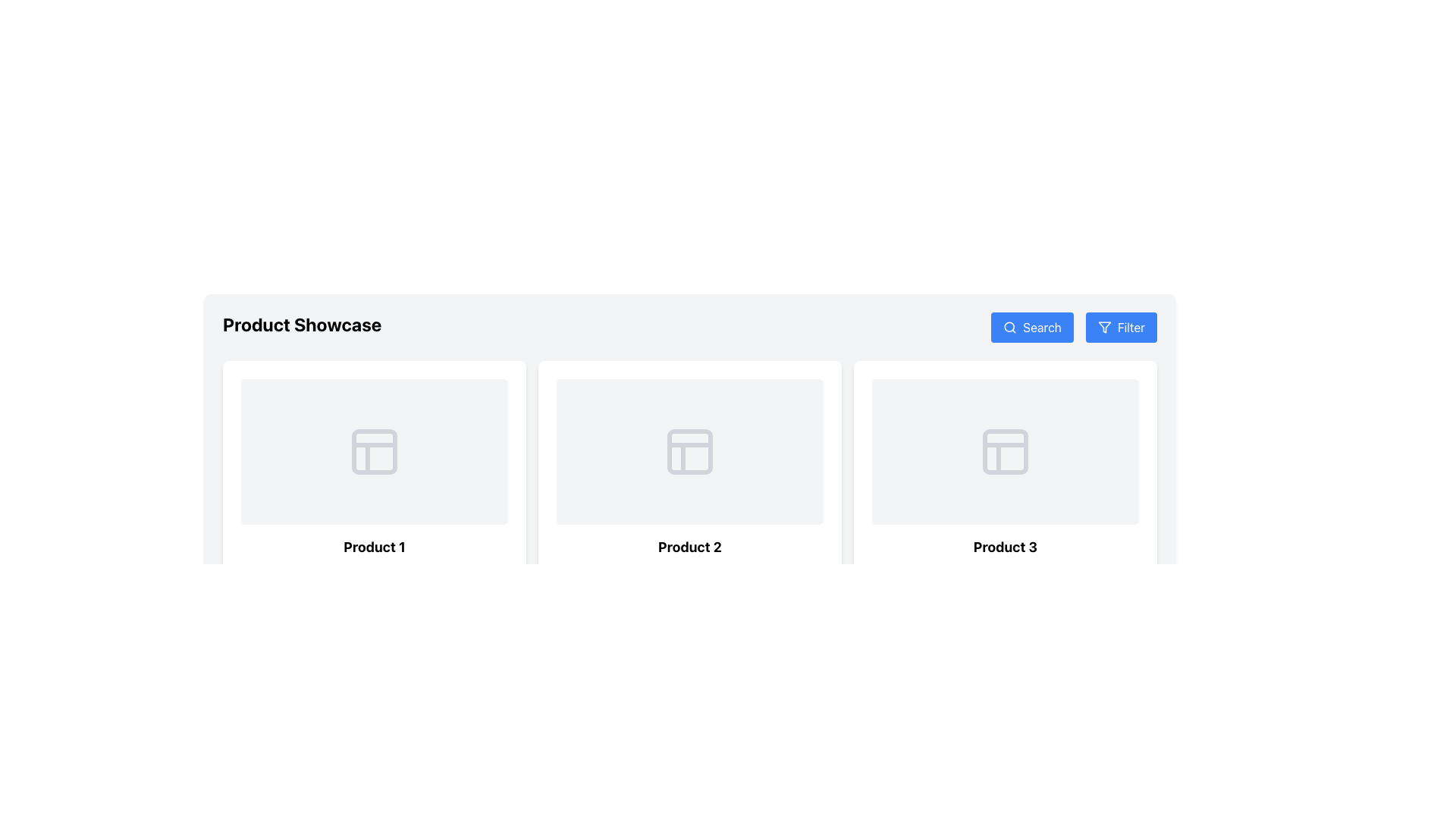 Image resolution: width=1456 pixels, height=819 pixels. Describe the element at coordinates (1005, 451) in the screenshot. I see `the rectangle graphical decoration element representing part of the icon for 'Product 3' in the product showcase interface` at that location.